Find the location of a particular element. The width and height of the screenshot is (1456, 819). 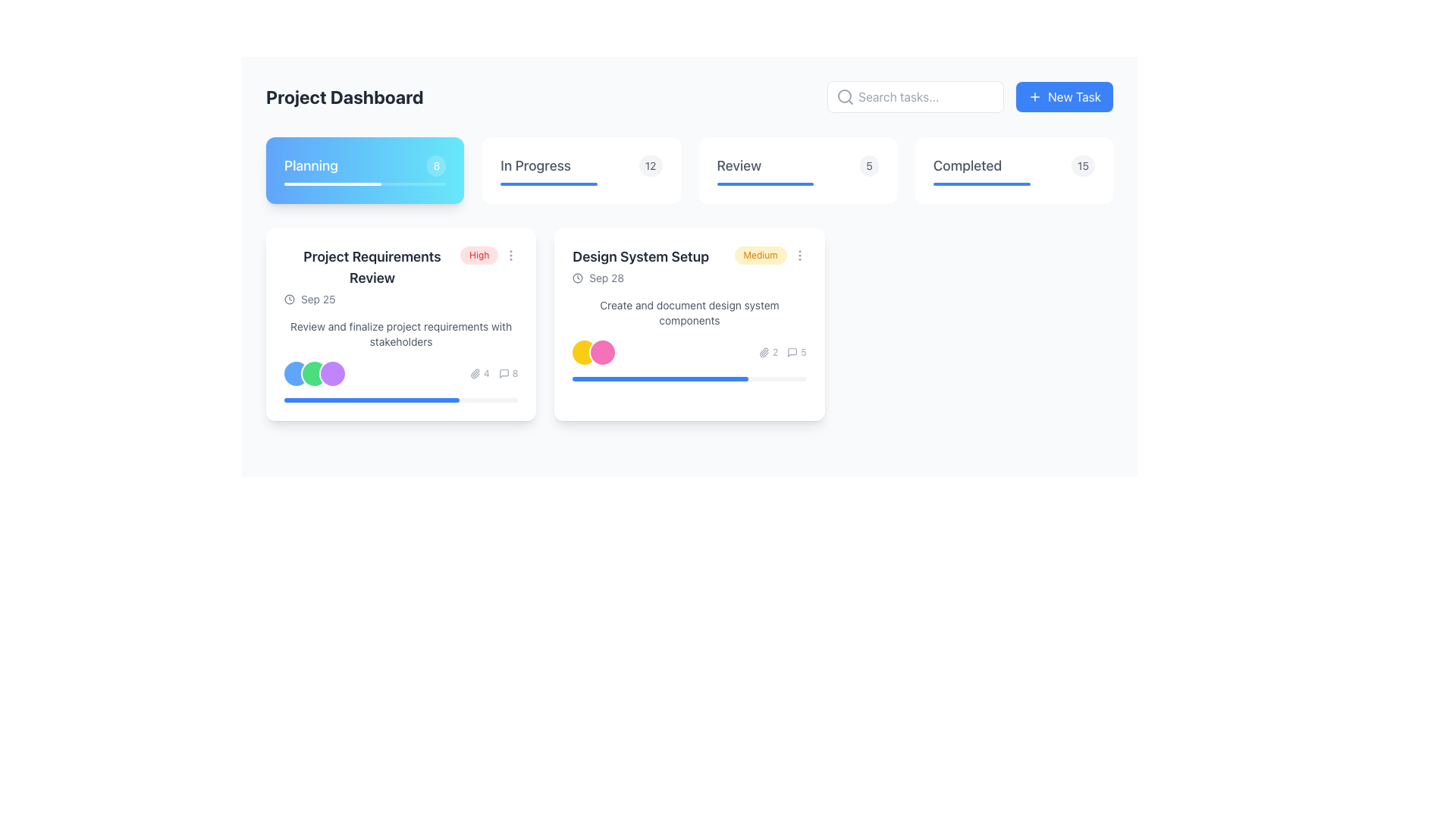

Avatar or profile icon located in the lower portion of the 'Project Requirements Review' card, positioned between the blue icon labeled 'Sarah' and the purple icon labeled 'Anna' is located at coordinates (313, 374).